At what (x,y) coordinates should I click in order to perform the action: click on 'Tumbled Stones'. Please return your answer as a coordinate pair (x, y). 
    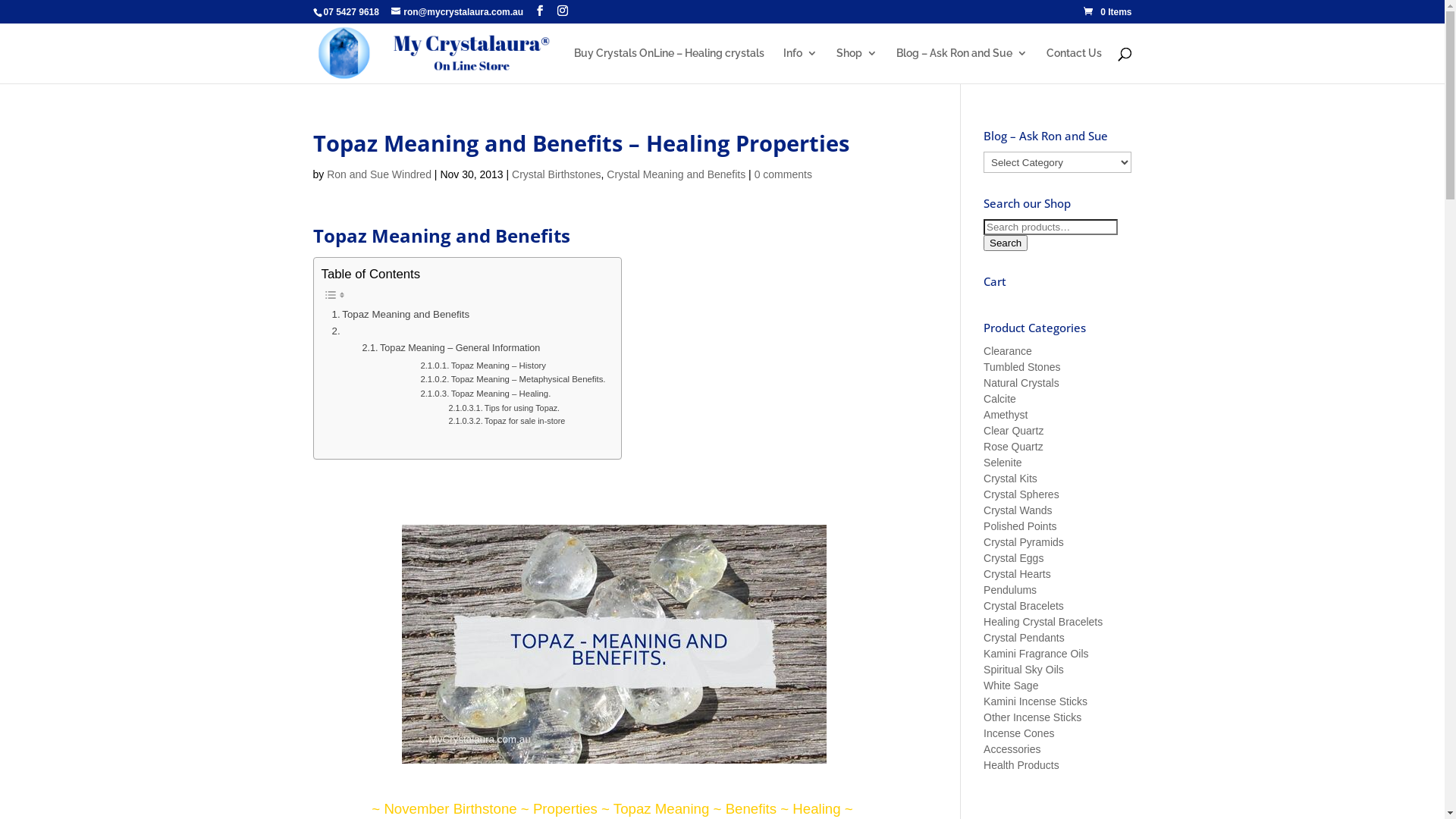
    Looking at the image, I should click on (1021, 366).